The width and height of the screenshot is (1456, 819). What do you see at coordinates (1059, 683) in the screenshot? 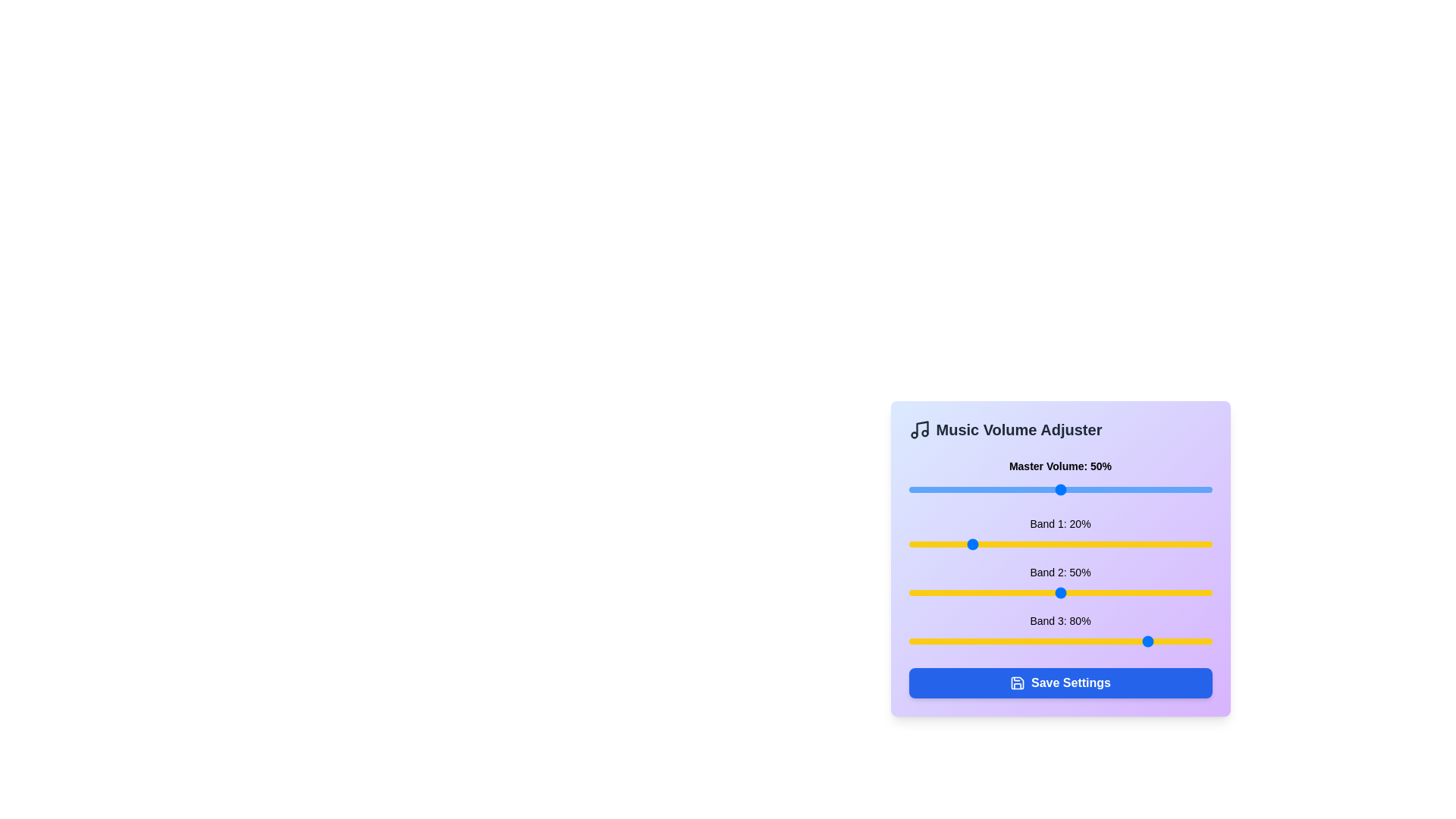
I see `the 'Save' button located at the bottom of the 'Music Volume Adjuster' card` at bounding box center [1059, 683].